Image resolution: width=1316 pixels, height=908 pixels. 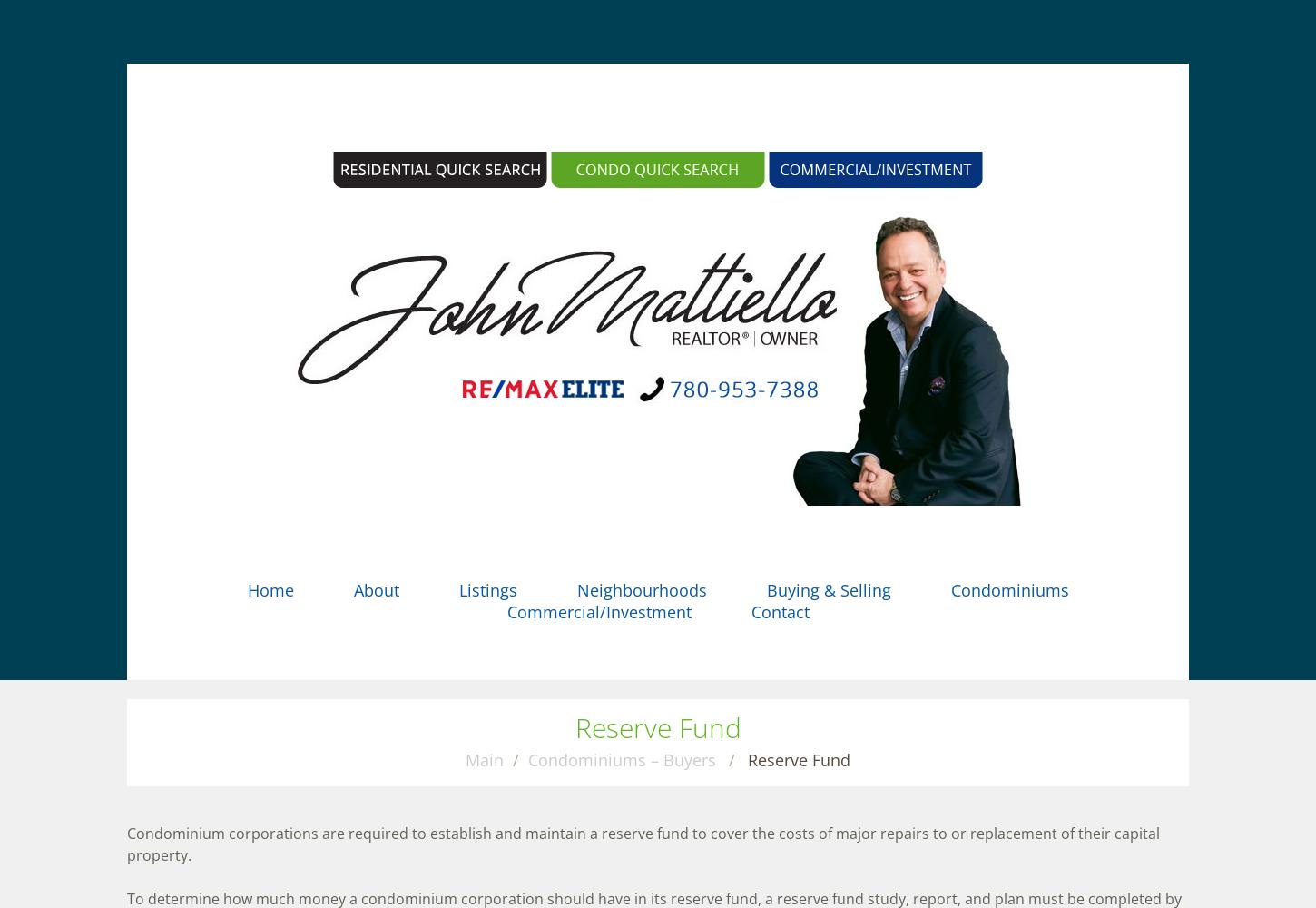 I want to click on 'Main', so click(x=485, y=759).